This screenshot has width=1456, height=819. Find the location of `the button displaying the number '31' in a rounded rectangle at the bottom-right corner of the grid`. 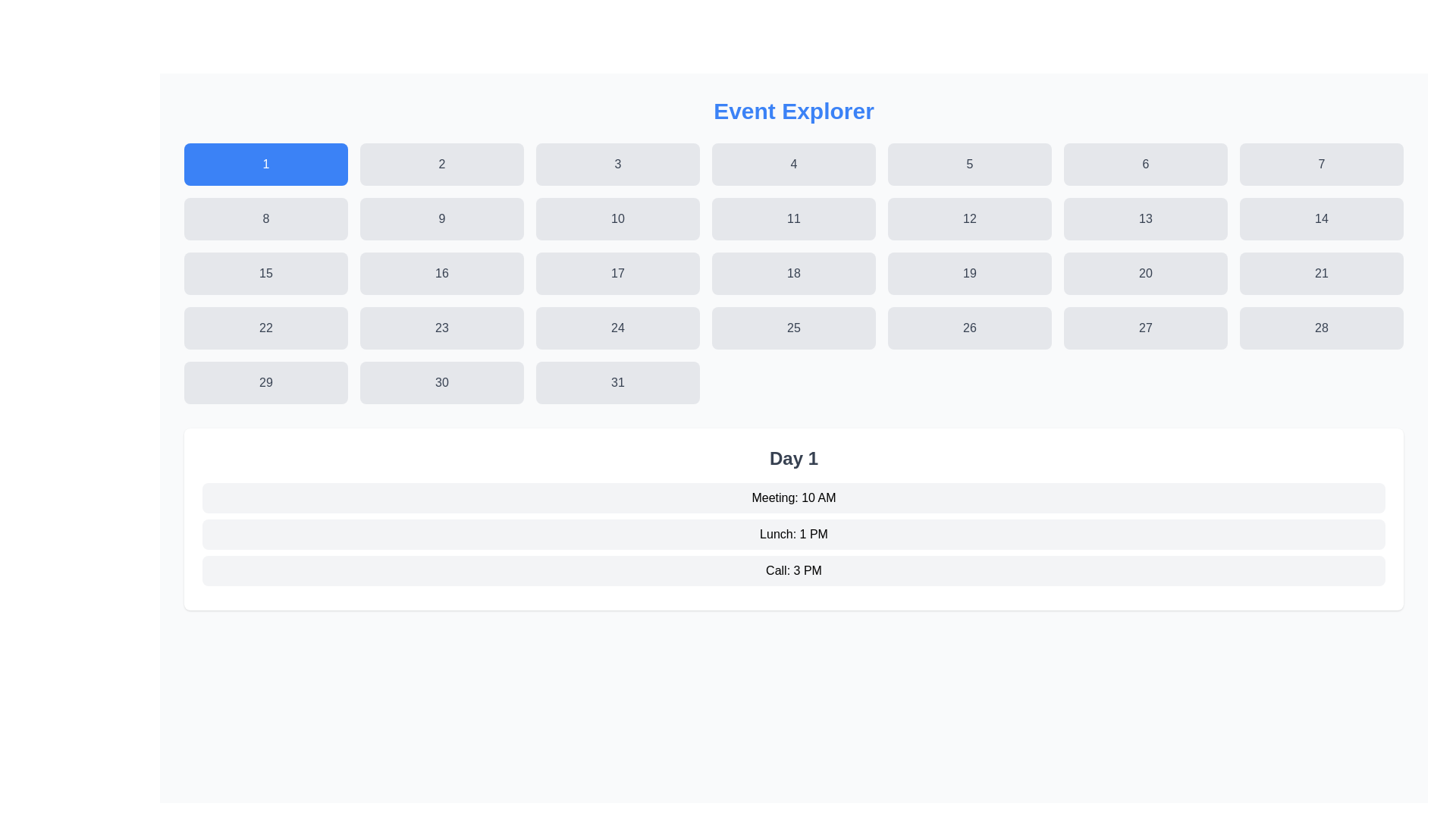

the button displaying the number '31' in a rounded rectangle at the bottom-right corner of the grid is located at coordinates (618, 382).